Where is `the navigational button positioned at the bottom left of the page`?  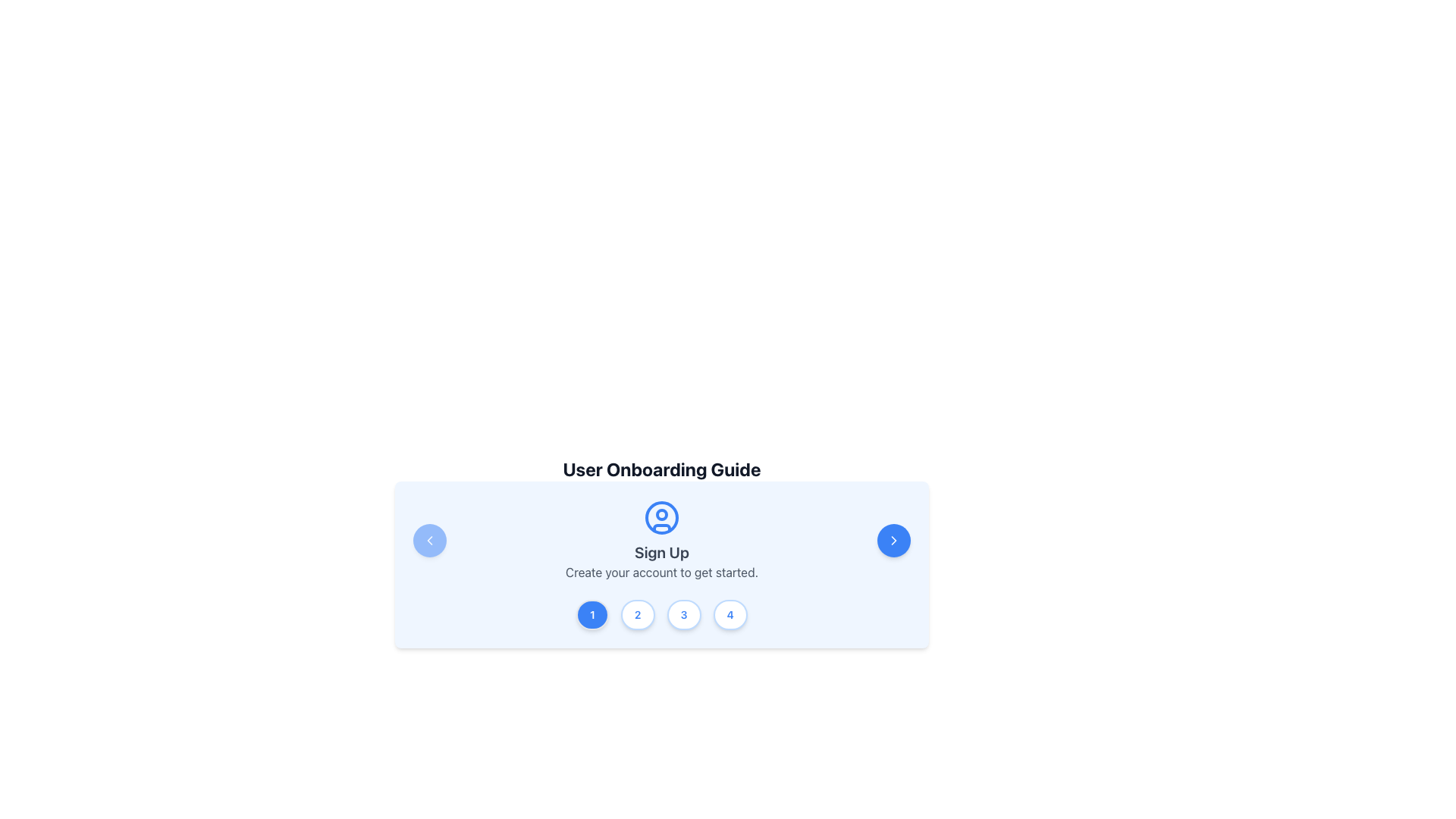
the navigational button positioned at the bottom left of the page is located at coordinates (428, 540).